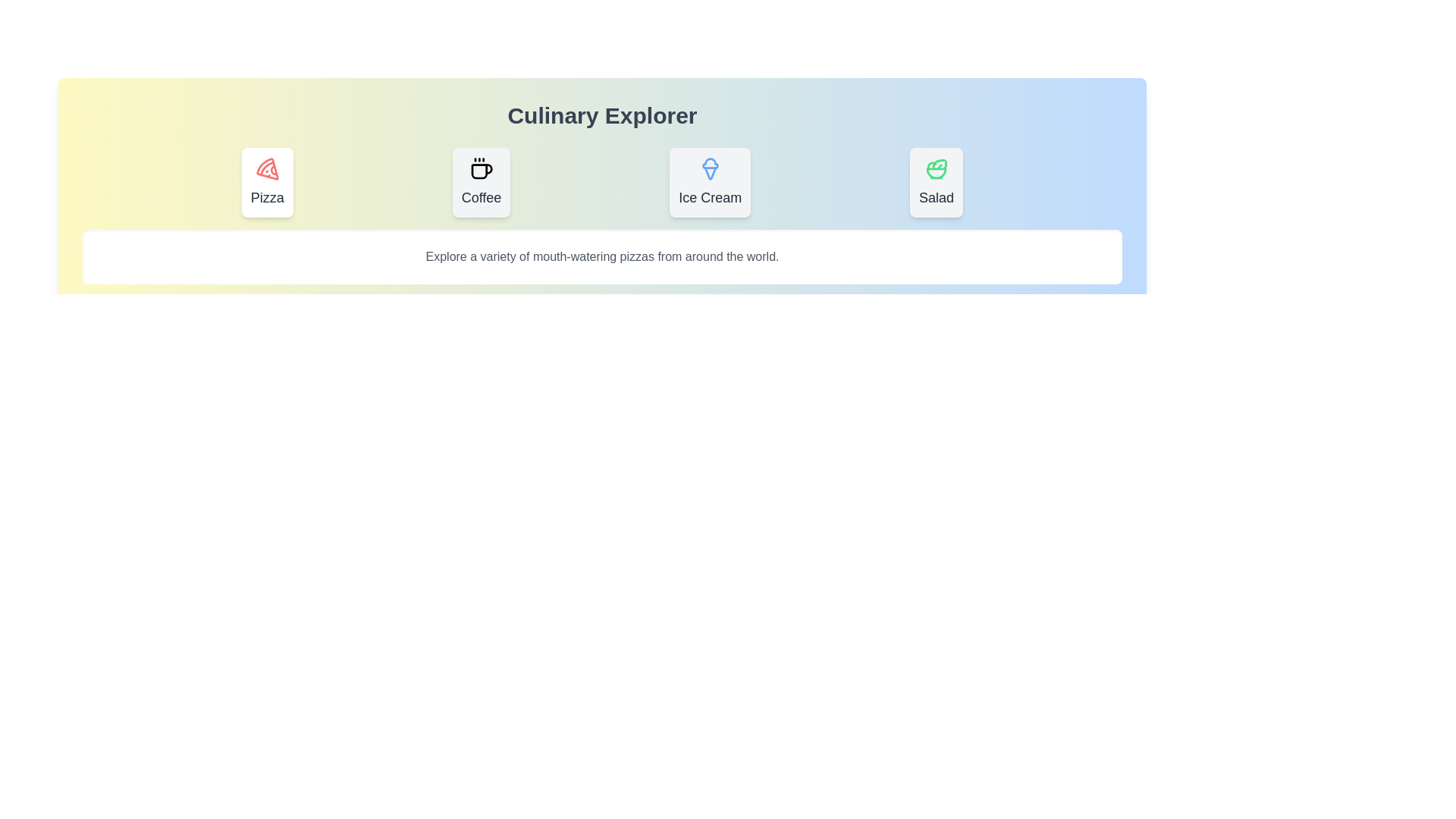  What do you see at coordinates (480, 181) in the screenshot?
I see `the tab labeled Coffee to observe its hover animation` at bounding box center [480, 181].